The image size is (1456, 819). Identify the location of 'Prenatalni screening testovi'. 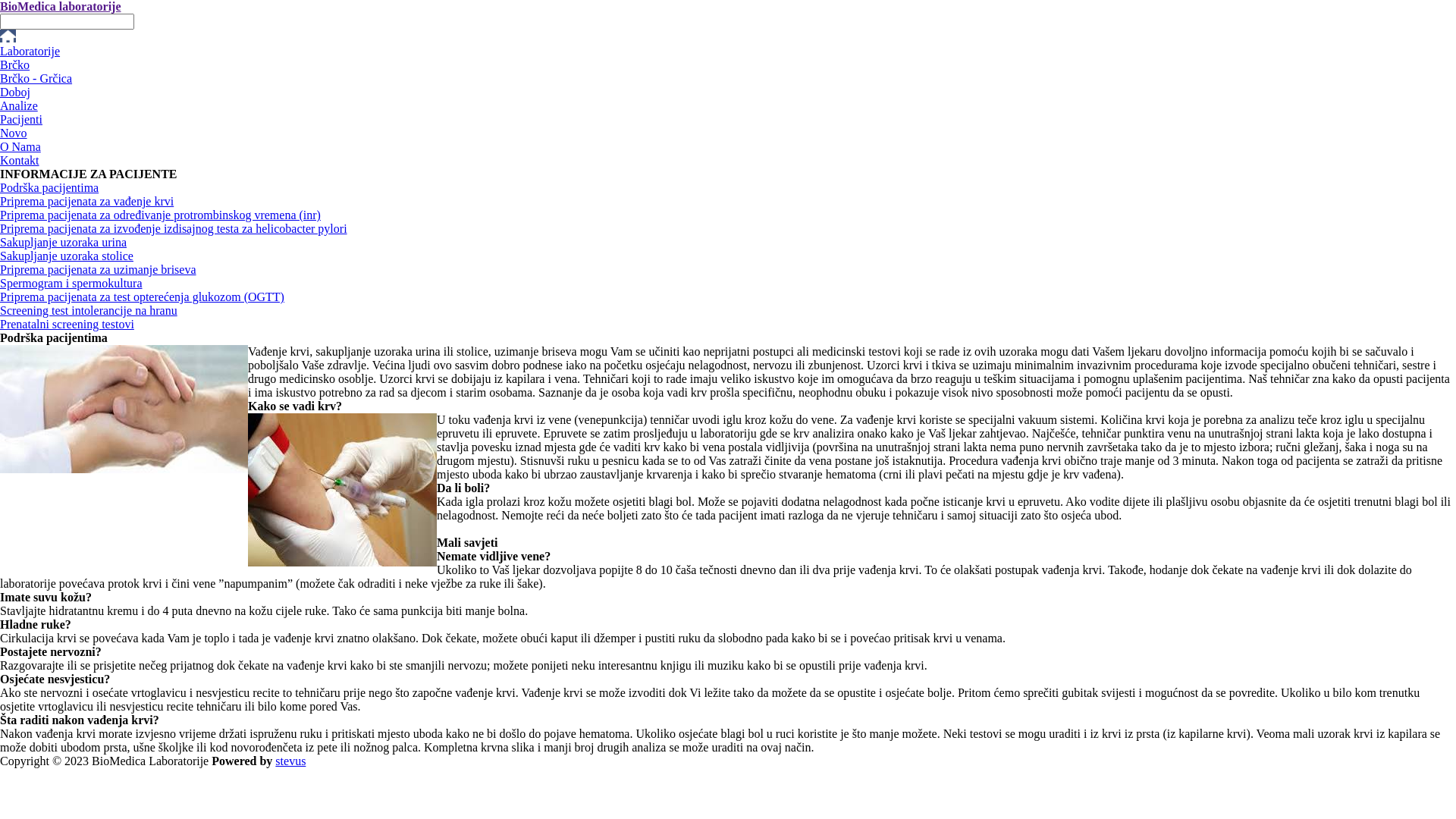
(66, 323).